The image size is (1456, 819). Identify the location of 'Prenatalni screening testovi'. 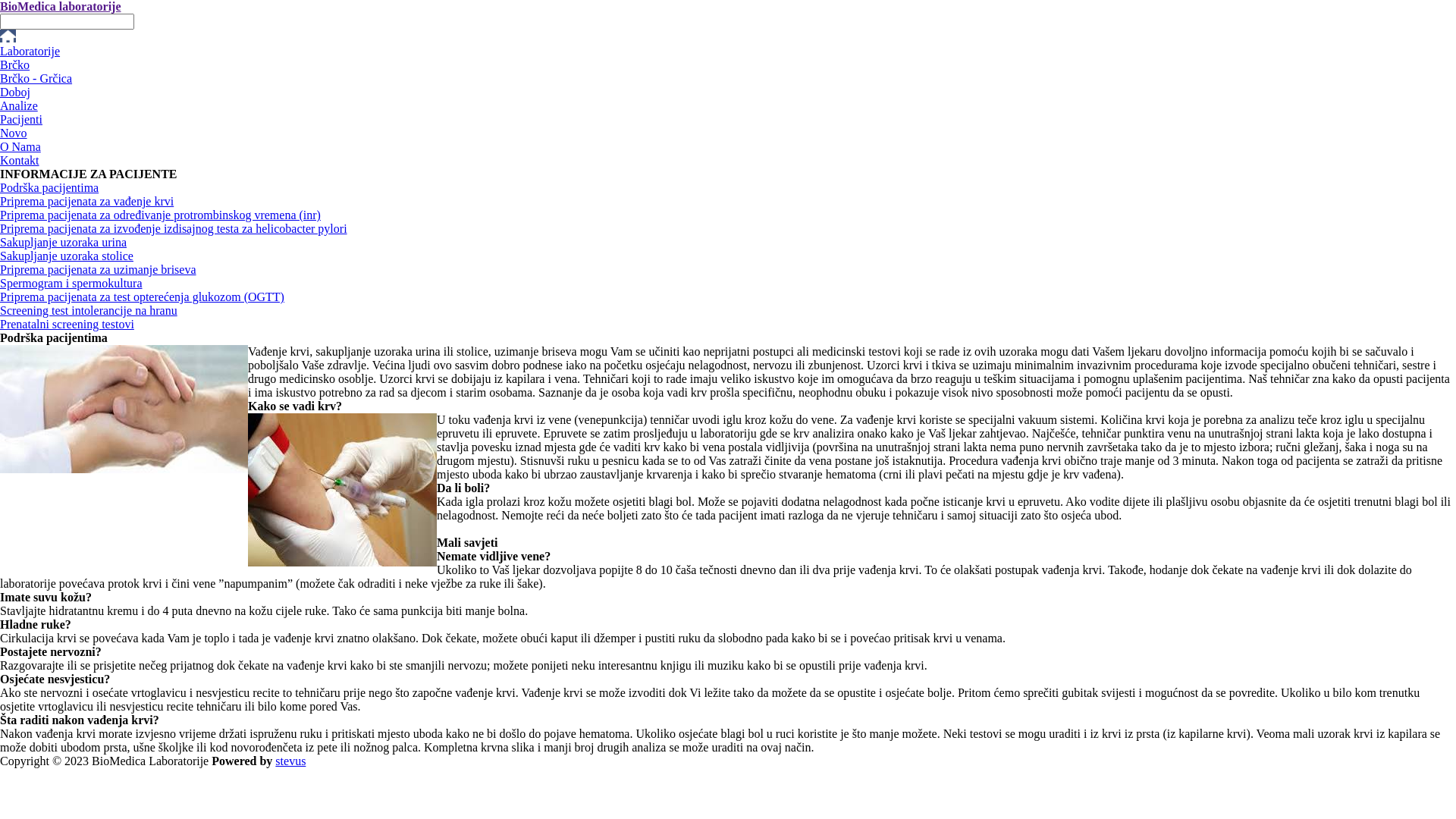
(66, 323).